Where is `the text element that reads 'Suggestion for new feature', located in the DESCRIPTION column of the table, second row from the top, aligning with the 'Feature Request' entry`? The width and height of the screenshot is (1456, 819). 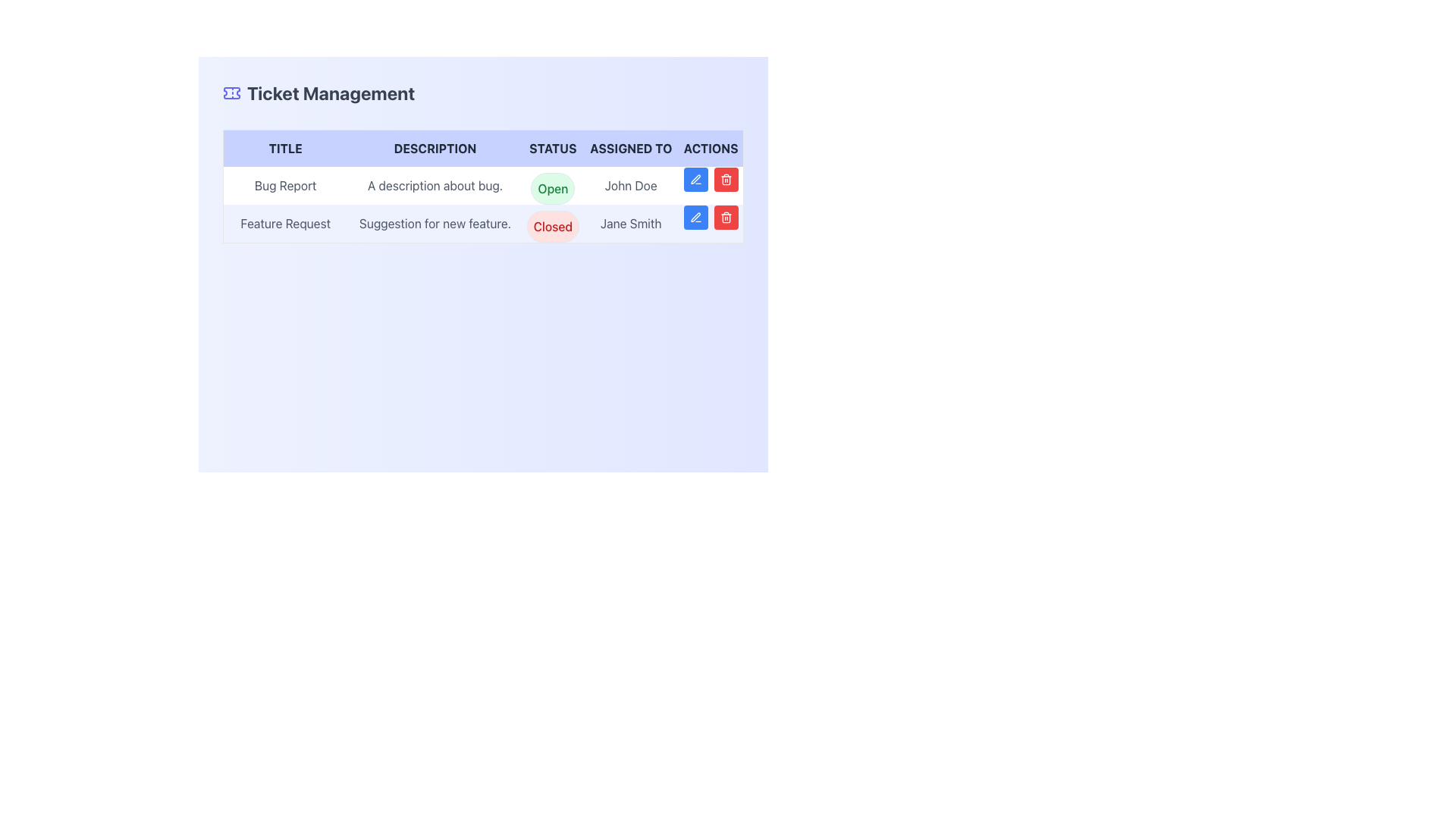 the text element that reads 'Suggestion for new feature', located in the DESCRIPTION column of the table, second row from the top, aligning with the 'Feature Request' entry is located at coordinates (435, 223).